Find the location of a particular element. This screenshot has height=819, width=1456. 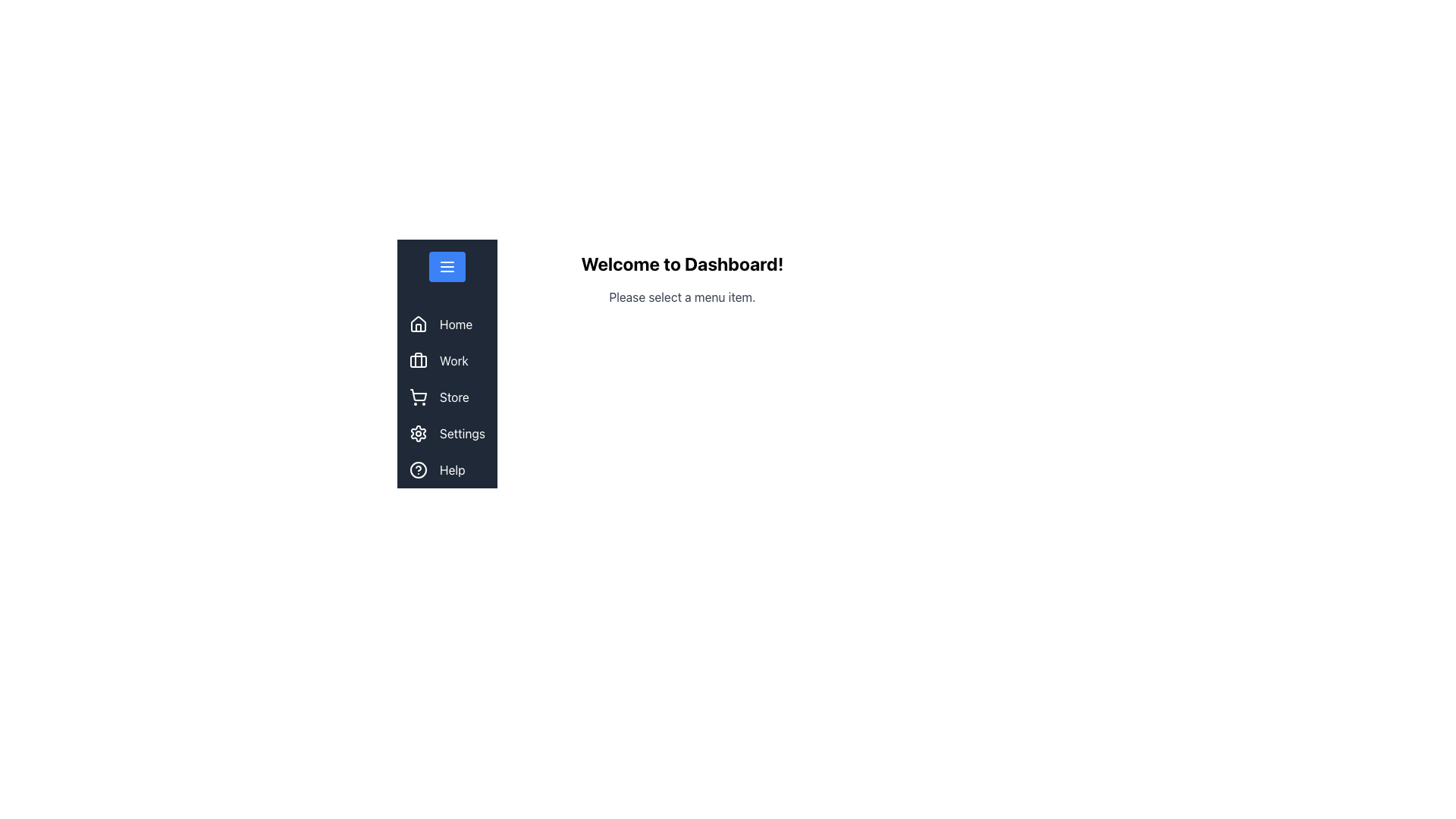

the minimalist house icon located in the 'Home' menu item at the top of the vertical navigation bar is located at coordinates (419, 324).